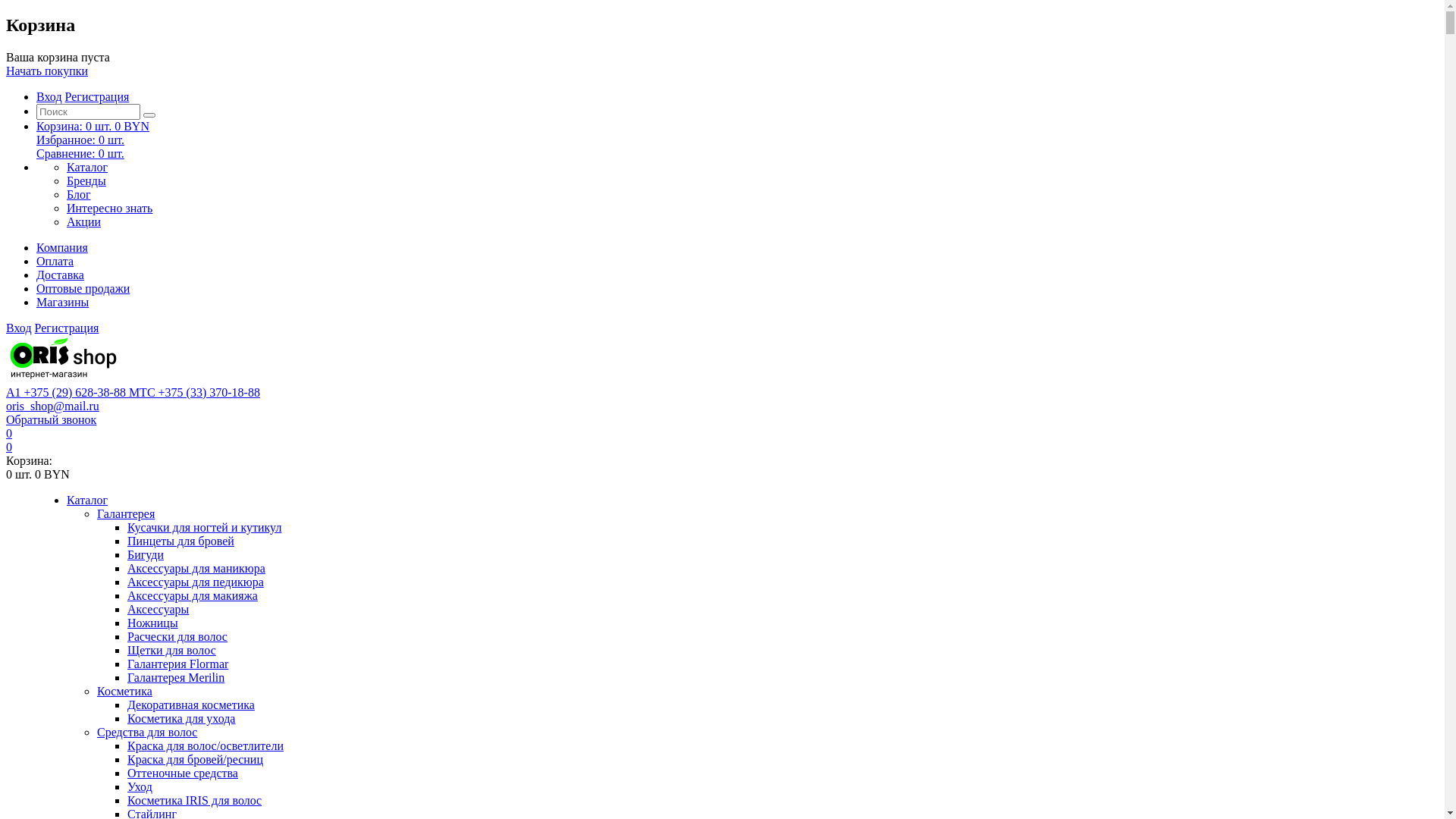 The image size is (1456, 819). I want to click on 'oris_shop@mail.ru', so click(52, 405).